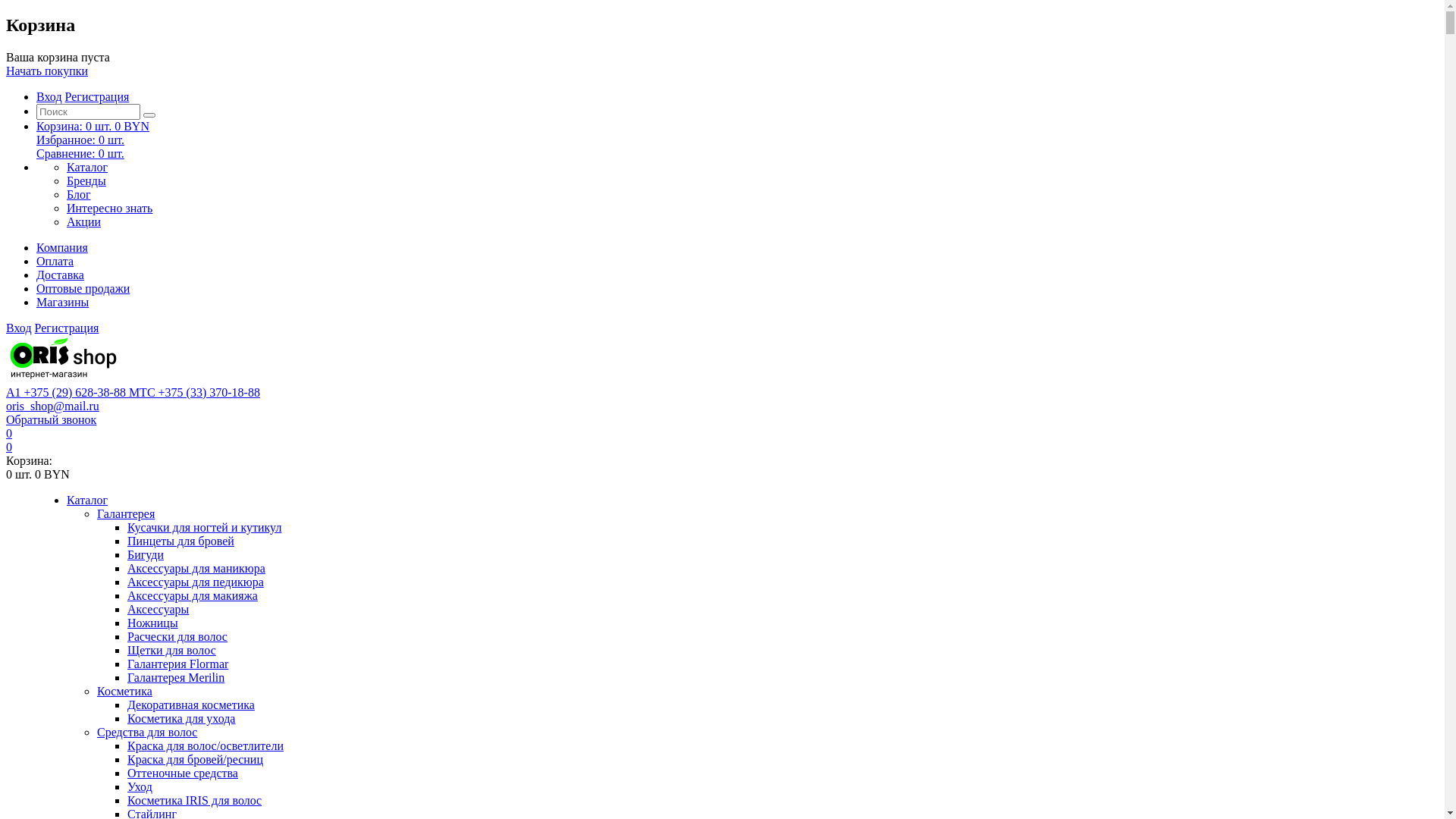 The image size is (1456, 819). I want to click on 'oris_shop@mail.ru', so click(52, 405).